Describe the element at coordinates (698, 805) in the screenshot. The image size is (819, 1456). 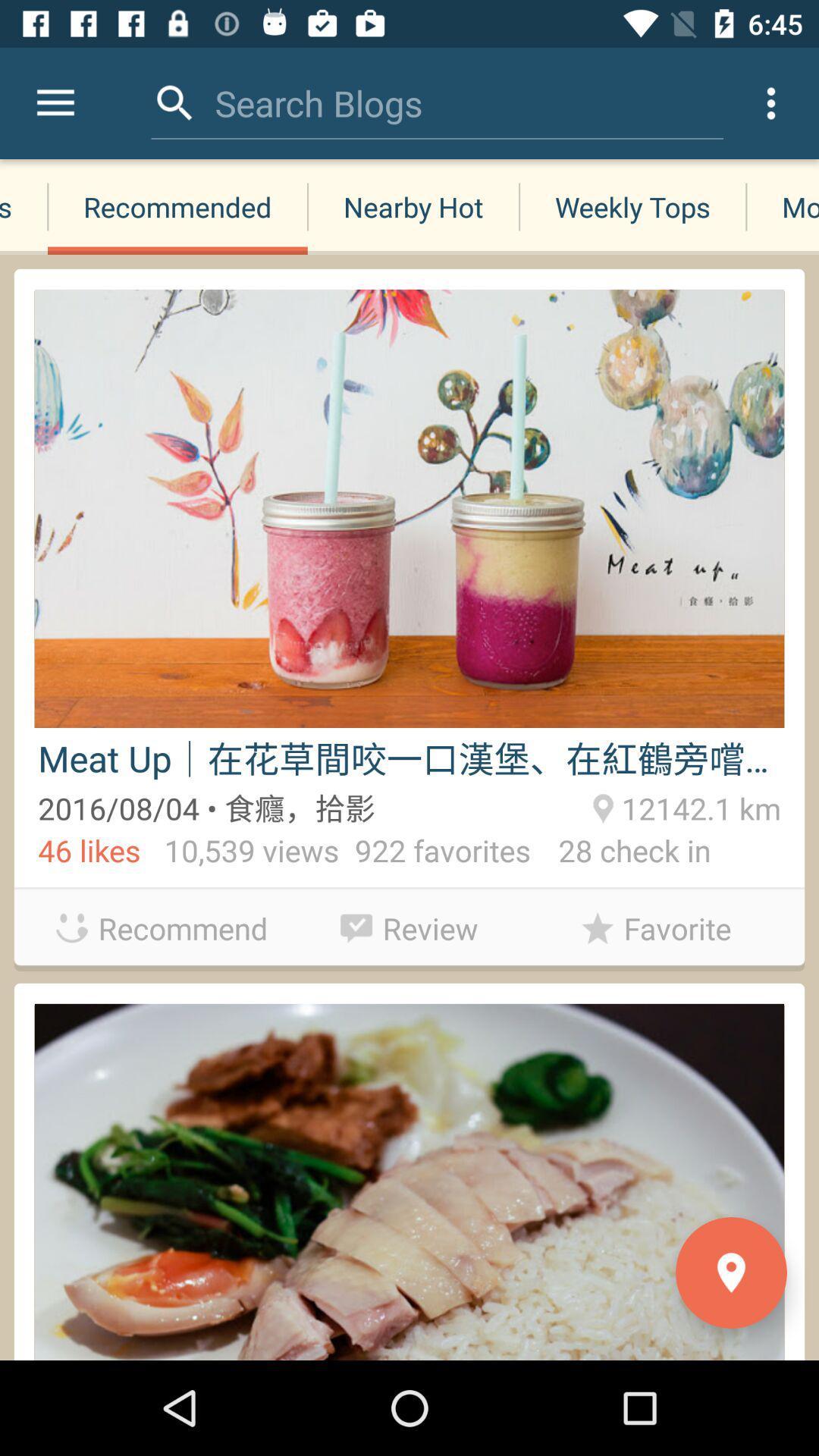
I see `the 12142.1 km icon` at that location.